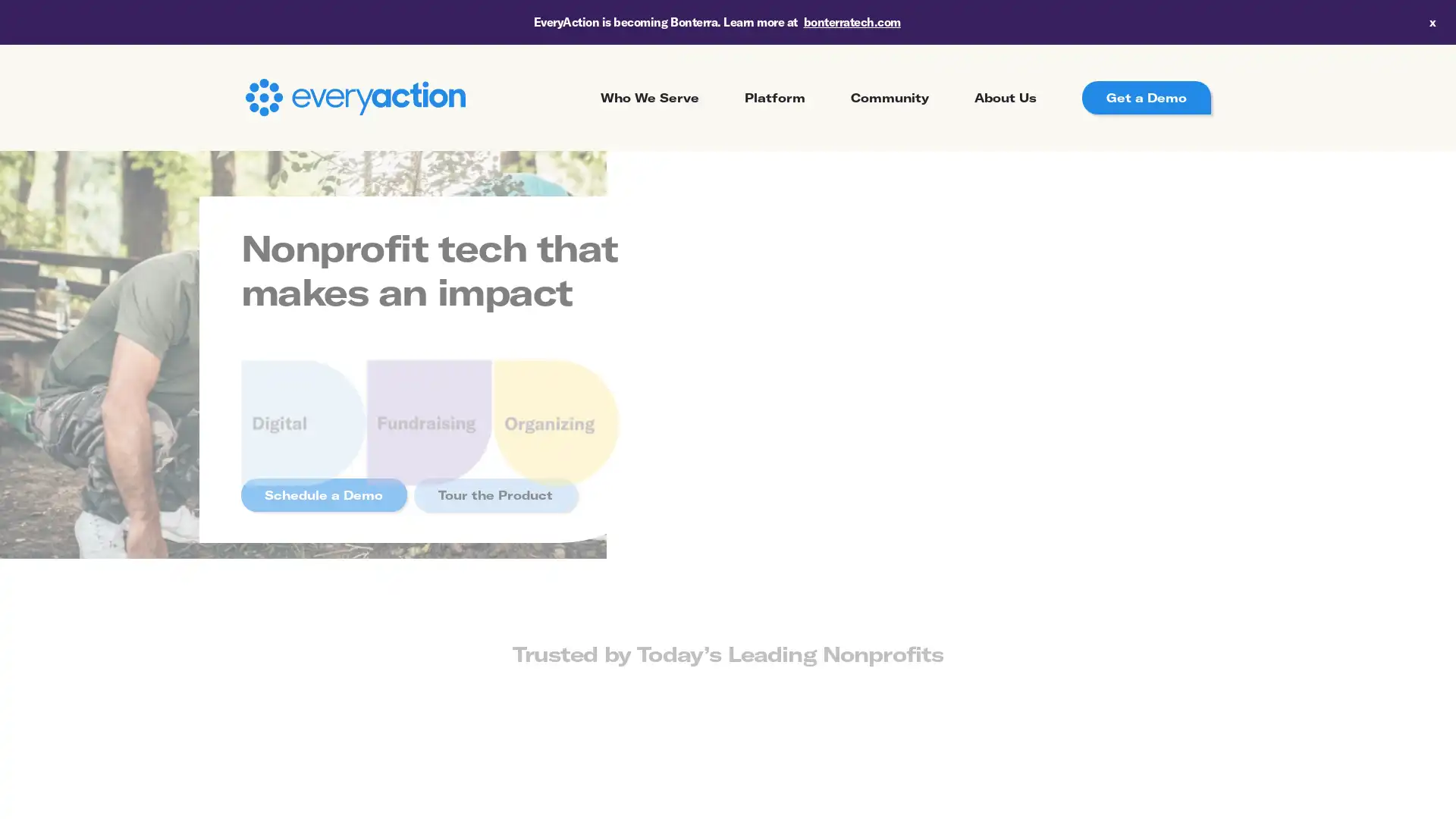 Image resolution: width=1456 pixels, height=819 pixels. Describe the element at coordinates (313, 733) in the screenshot. I see `Previous` at that location.